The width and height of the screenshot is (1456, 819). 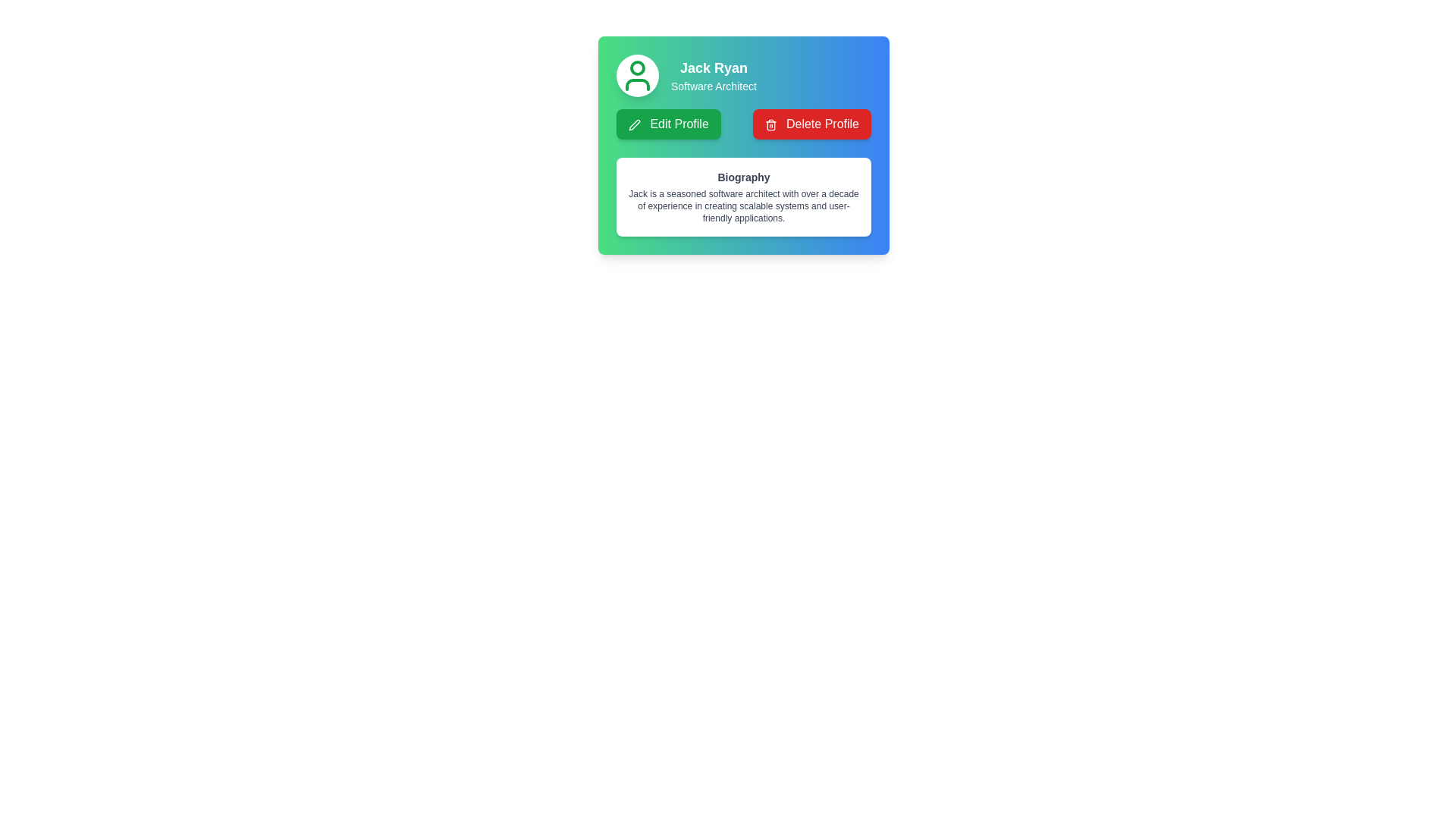 What do you see at coordinates (713, 86) in the screenshot?
I see `the text display that reads 'Software Architect', located below 'Jack Ryan' within the profile card layout` at bounding box center [713, 86].